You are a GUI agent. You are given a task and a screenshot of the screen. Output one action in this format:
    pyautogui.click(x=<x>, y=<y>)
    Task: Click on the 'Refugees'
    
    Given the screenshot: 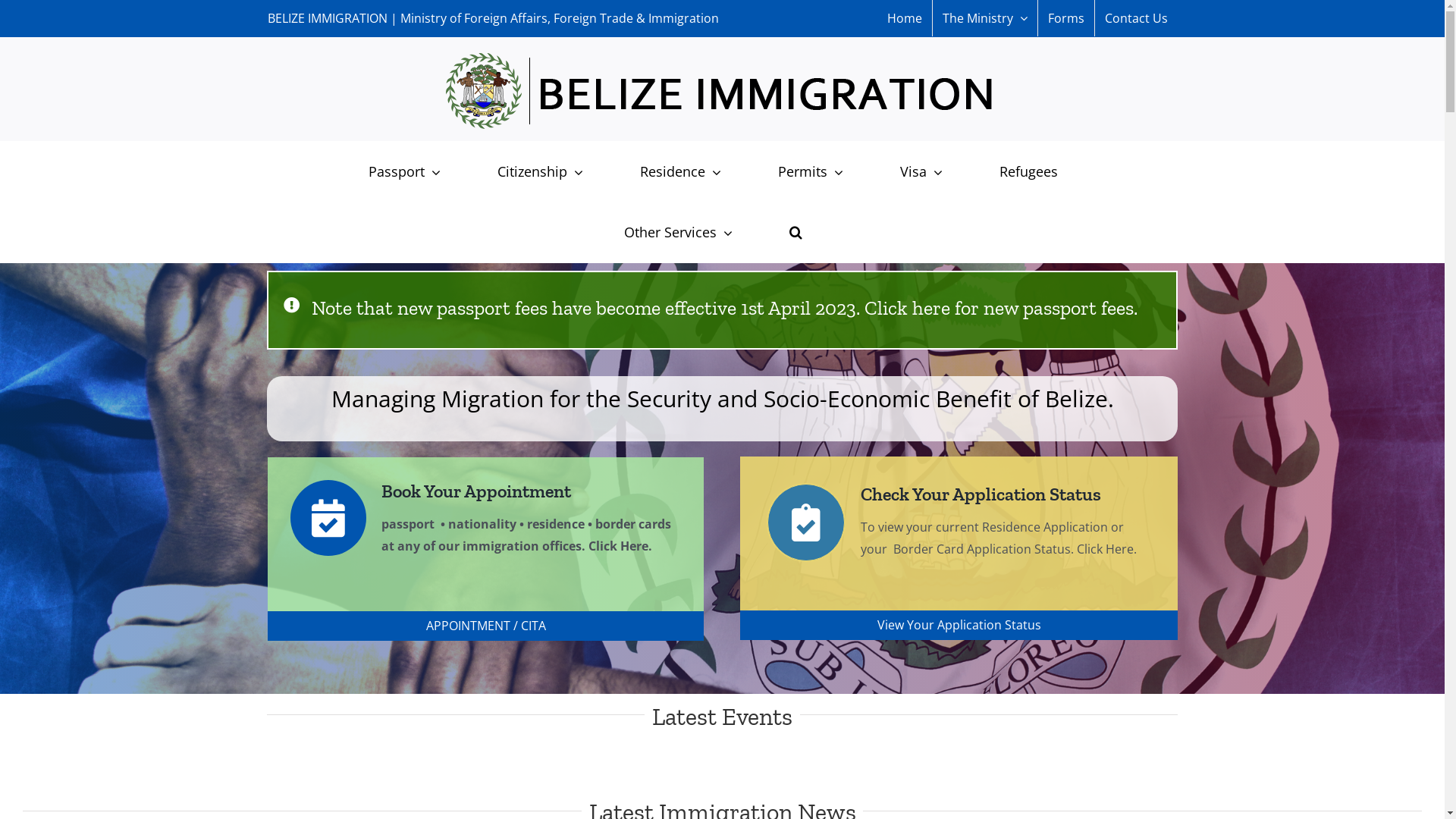 What is the action you would take?
    pyautogui.click(x=1028, y=171)
    